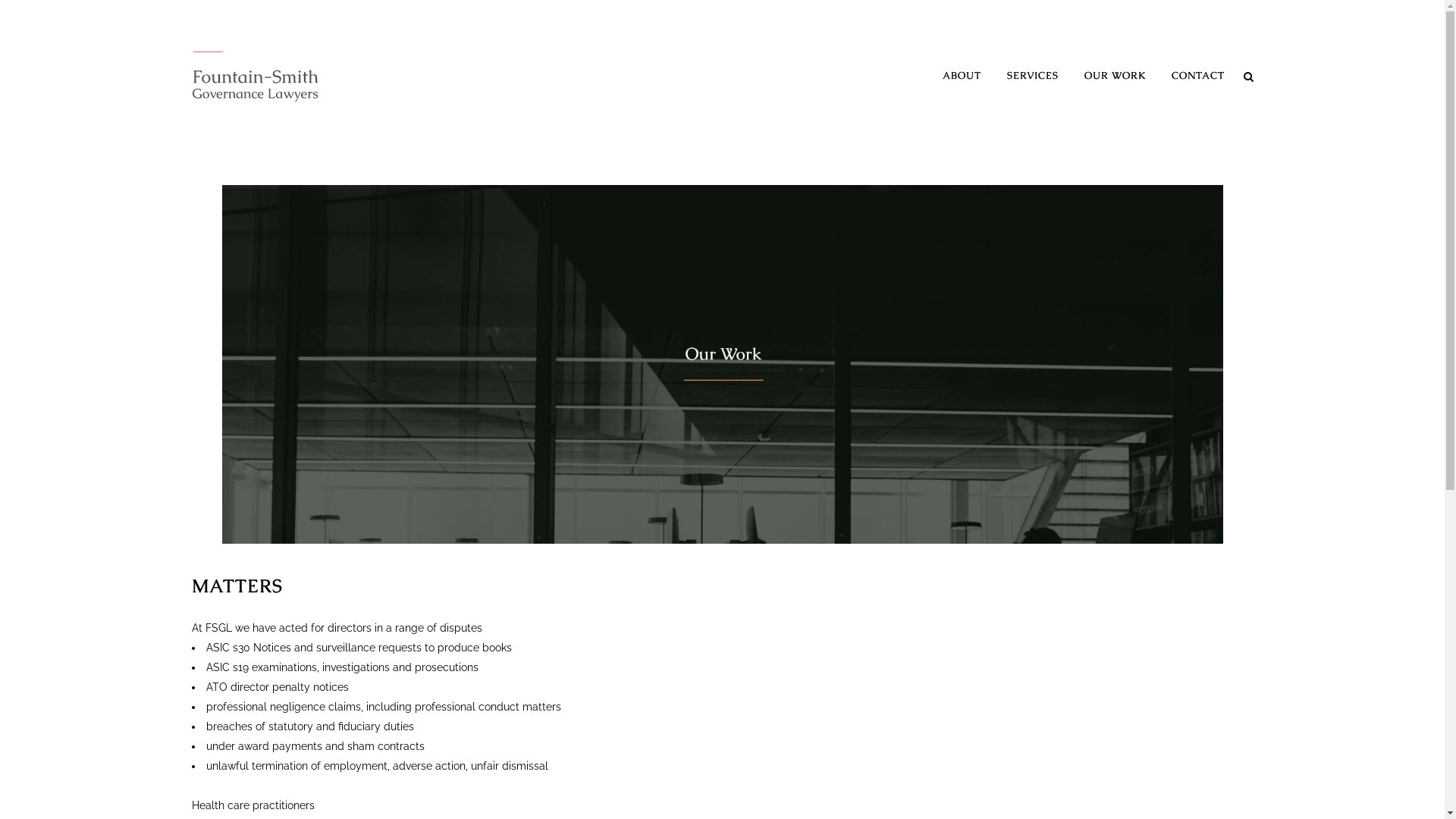 The image size is (1456, 819). What do you see at coordinates (961, 76) in the screenshot?
I see `'ABOUT'` at bounding box center [961, 76].